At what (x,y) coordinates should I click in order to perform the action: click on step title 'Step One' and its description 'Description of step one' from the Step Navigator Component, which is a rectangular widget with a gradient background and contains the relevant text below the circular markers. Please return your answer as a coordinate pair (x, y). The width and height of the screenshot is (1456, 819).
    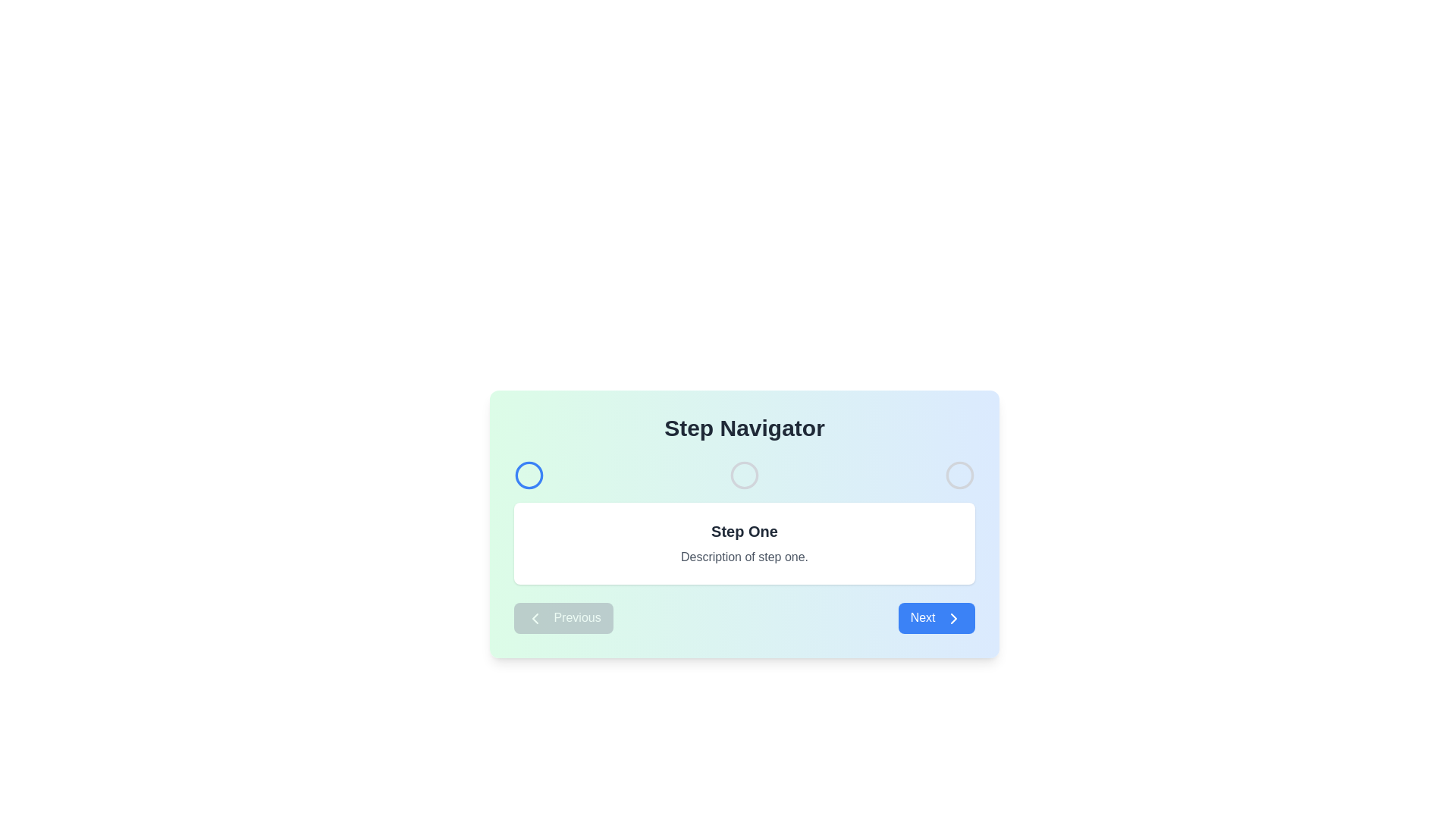
    Looking at the image, I should click on (745, 522).